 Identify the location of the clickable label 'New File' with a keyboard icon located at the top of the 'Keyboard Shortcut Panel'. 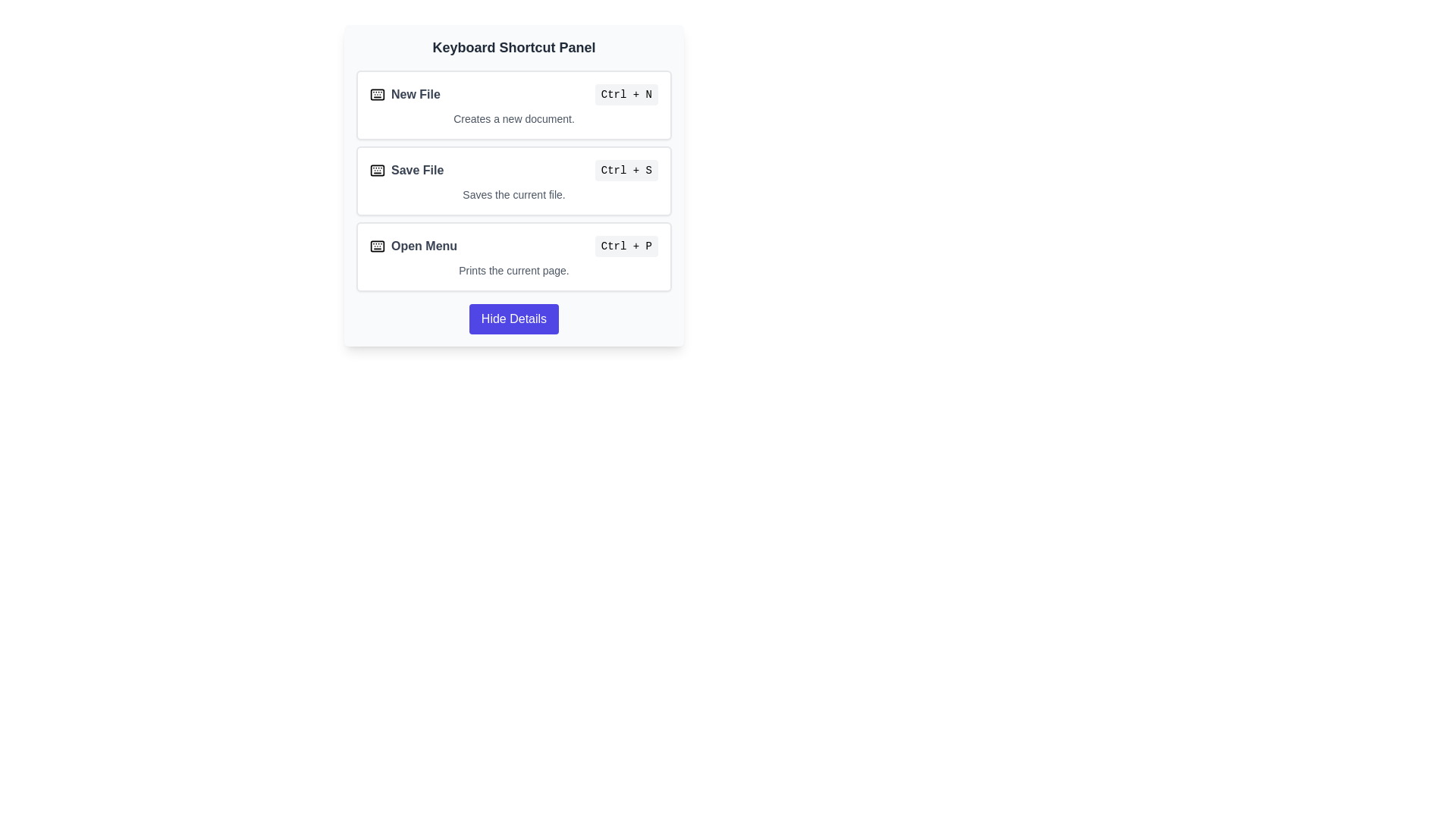
(405, 94).